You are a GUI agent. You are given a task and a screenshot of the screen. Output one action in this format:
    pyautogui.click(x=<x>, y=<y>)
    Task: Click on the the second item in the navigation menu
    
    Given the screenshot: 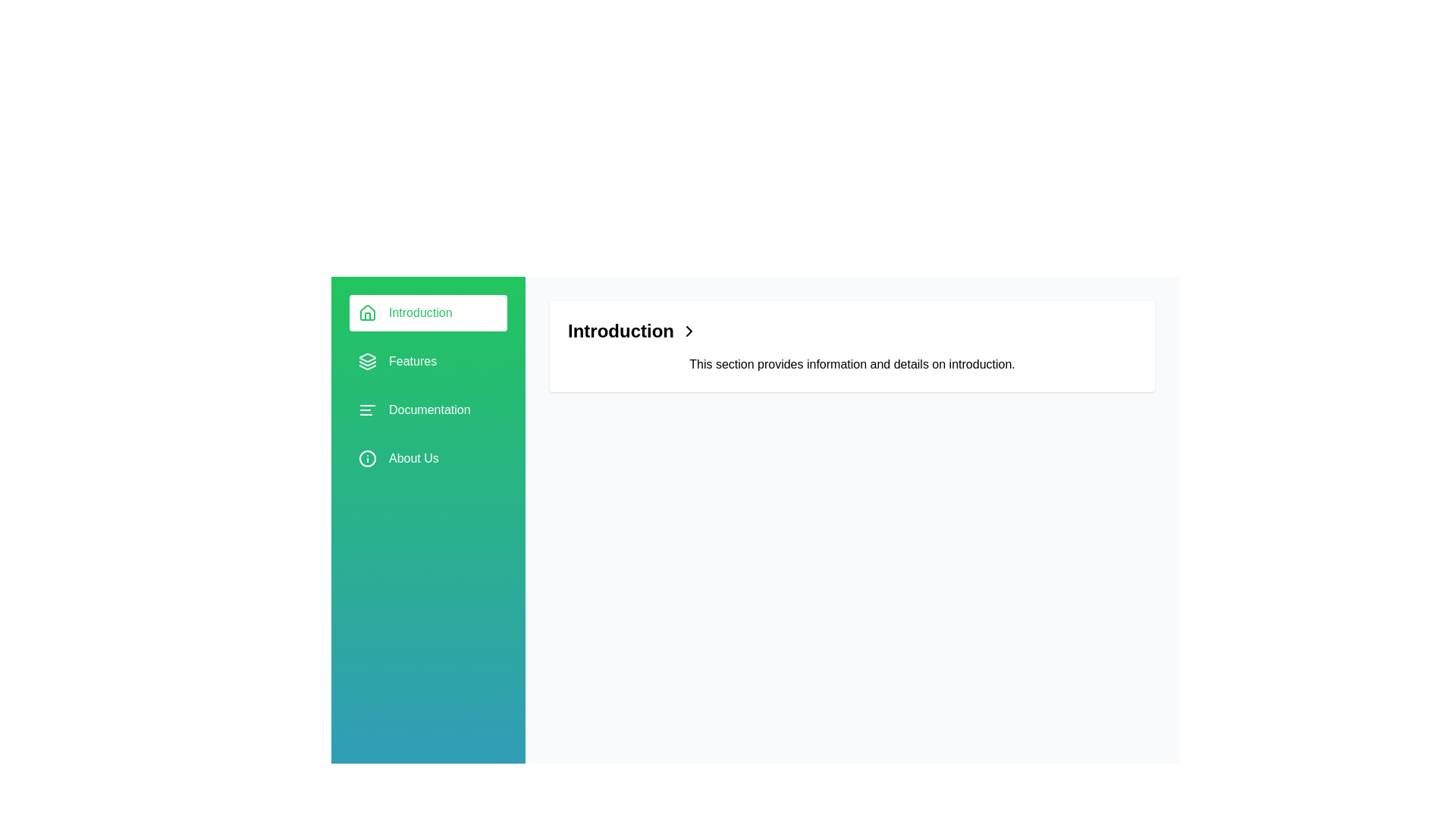 What is the action you would take?
    pyautogui.click(x=428, y=362)
    